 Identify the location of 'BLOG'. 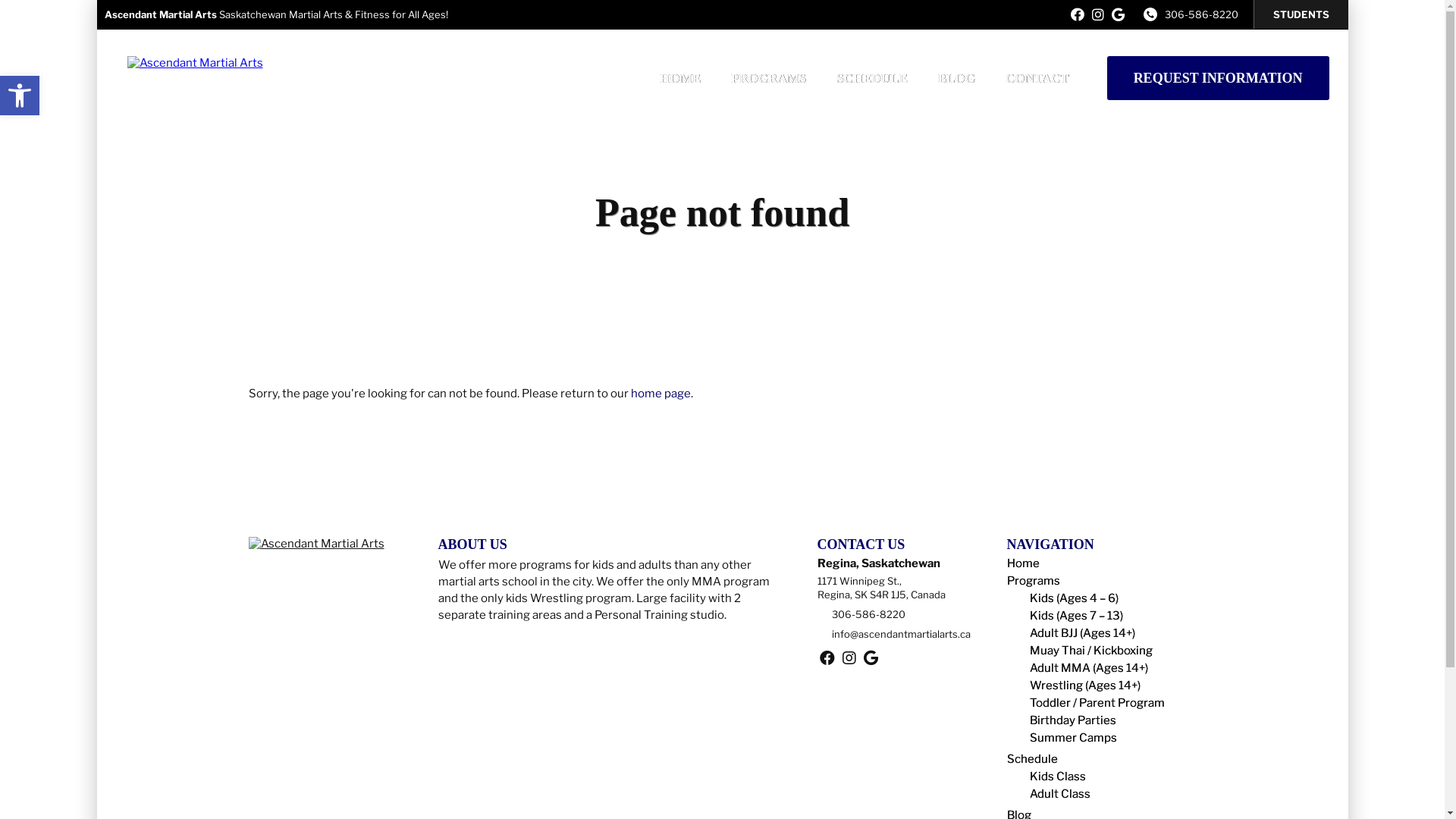
(955, 77).